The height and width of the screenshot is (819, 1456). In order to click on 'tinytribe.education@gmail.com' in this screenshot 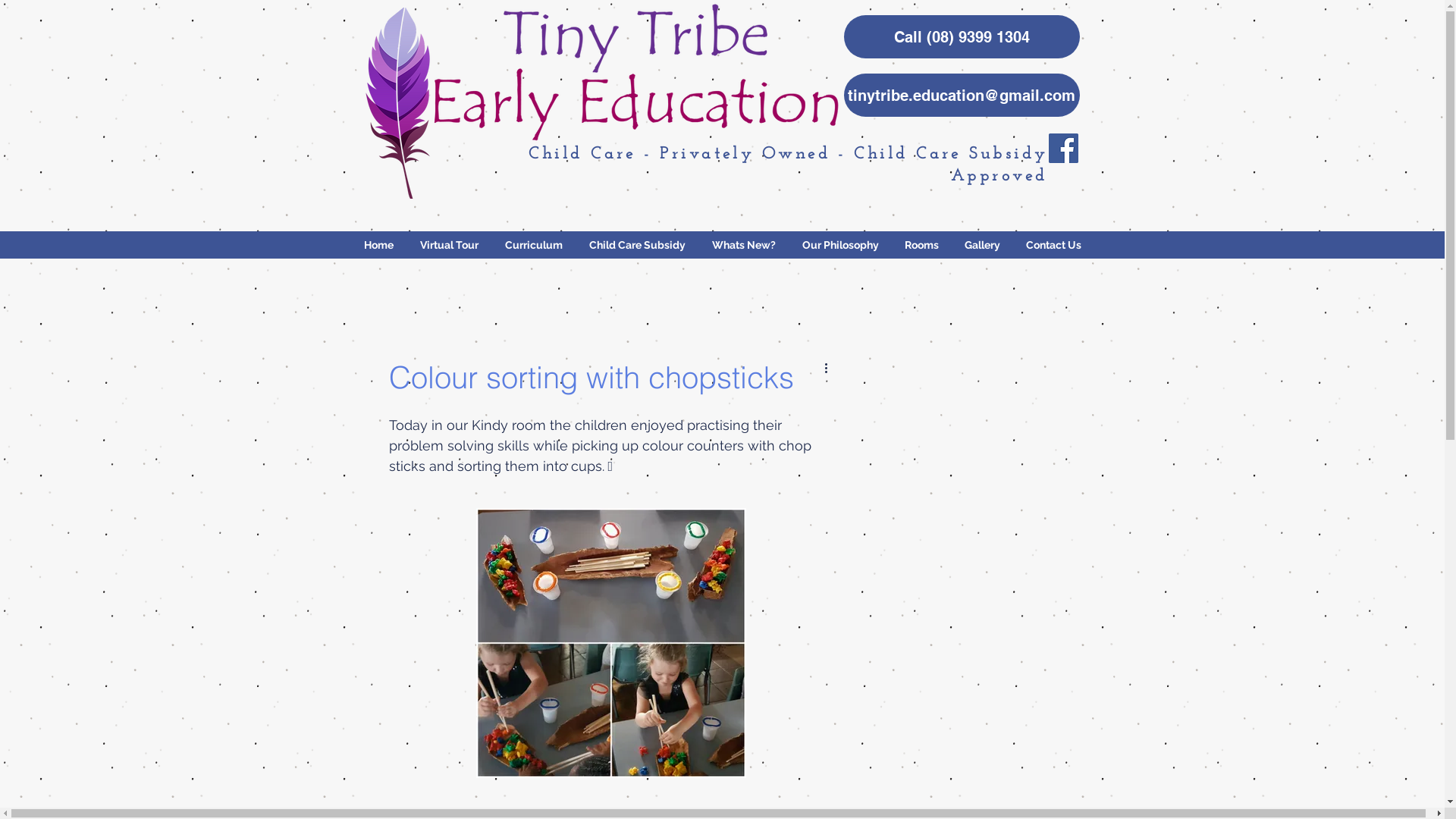, I will do `click(960, 95)`.